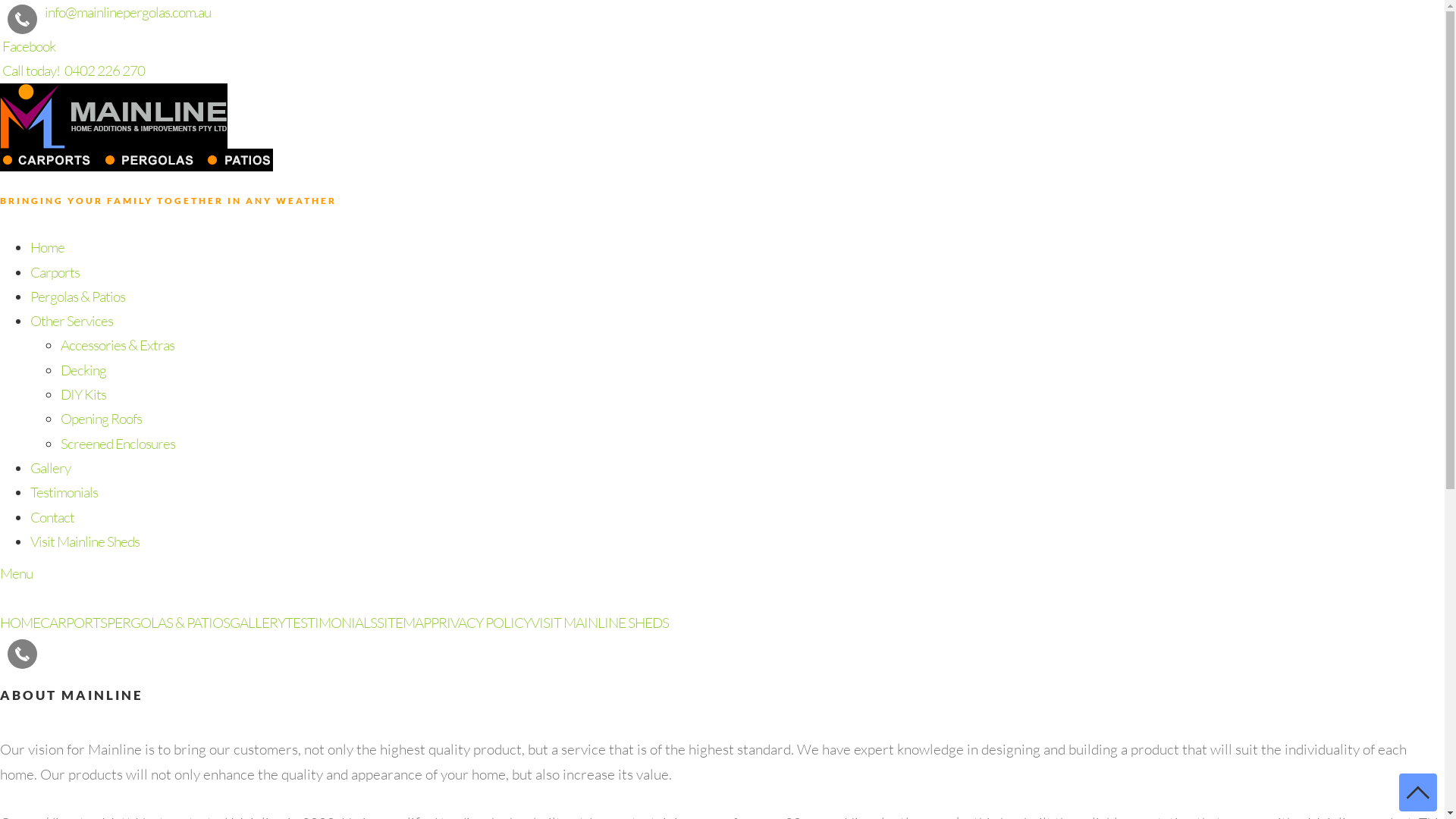 Image resolution: width=1456 pixels, height=819 pixels. Describe the element at coordinates (29, 45) in the screenshot. I see `'Facebook'` at that location.